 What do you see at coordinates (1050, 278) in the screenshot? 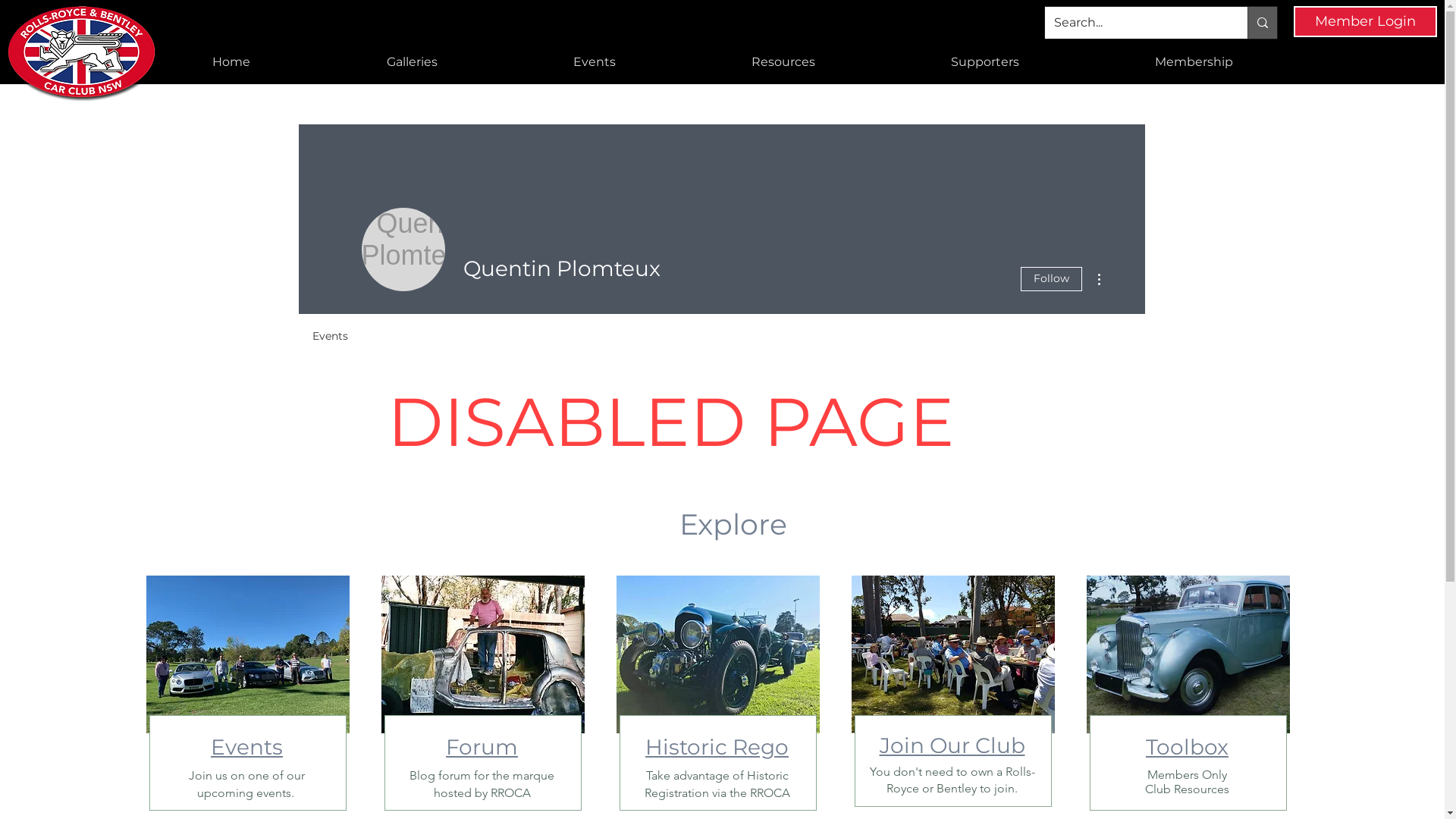
I see `'Follow'` at bounding box center [1050, 278].